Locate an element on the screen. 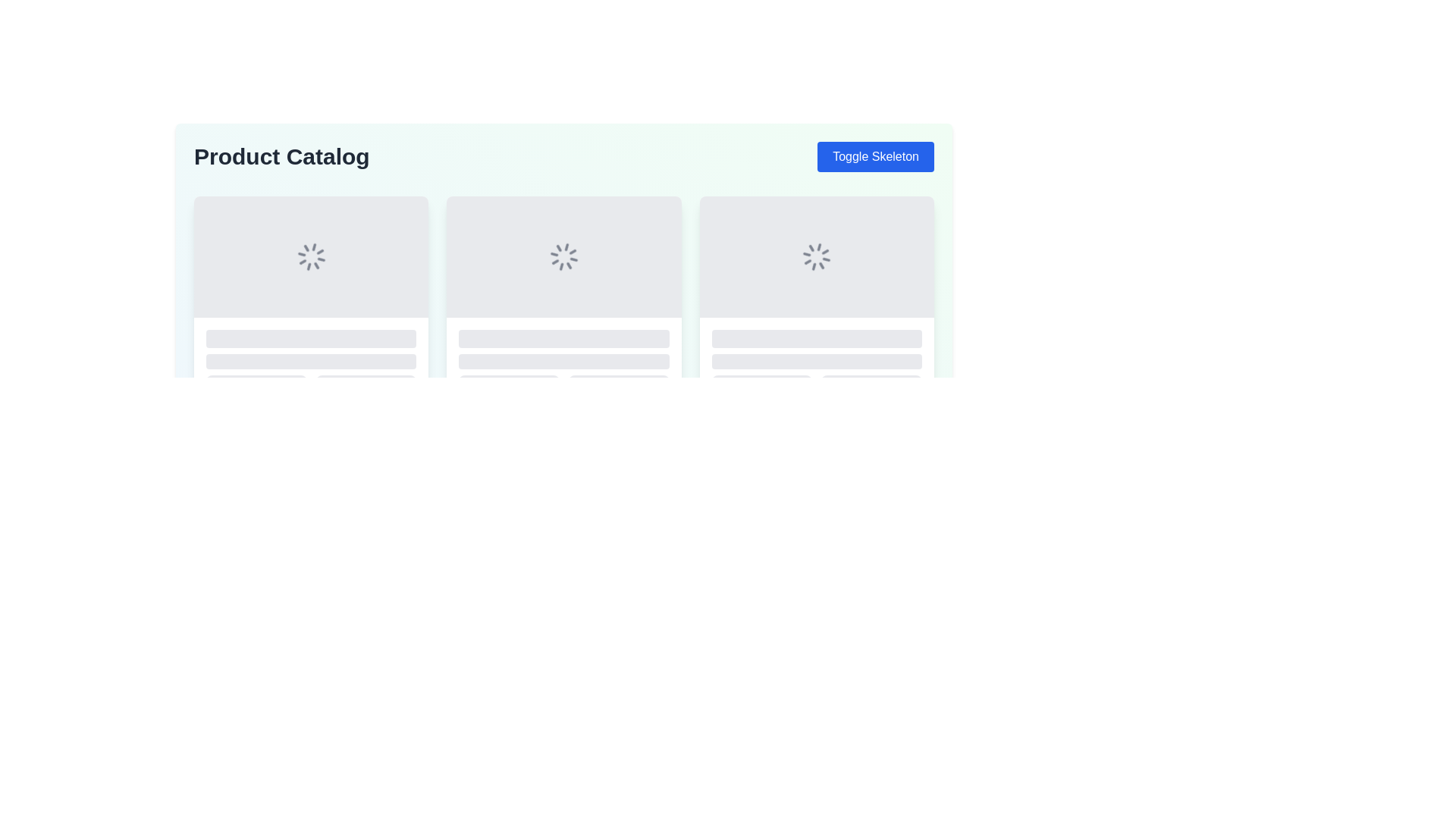 The width and height of the screenshot is (1456, 819). Skeleton Loader component located in the bottom section of the leftmost card in a horizontally aligned list of three cards, beneath the spinning loader icon, using developer tools is located at coordinates (310, 359).